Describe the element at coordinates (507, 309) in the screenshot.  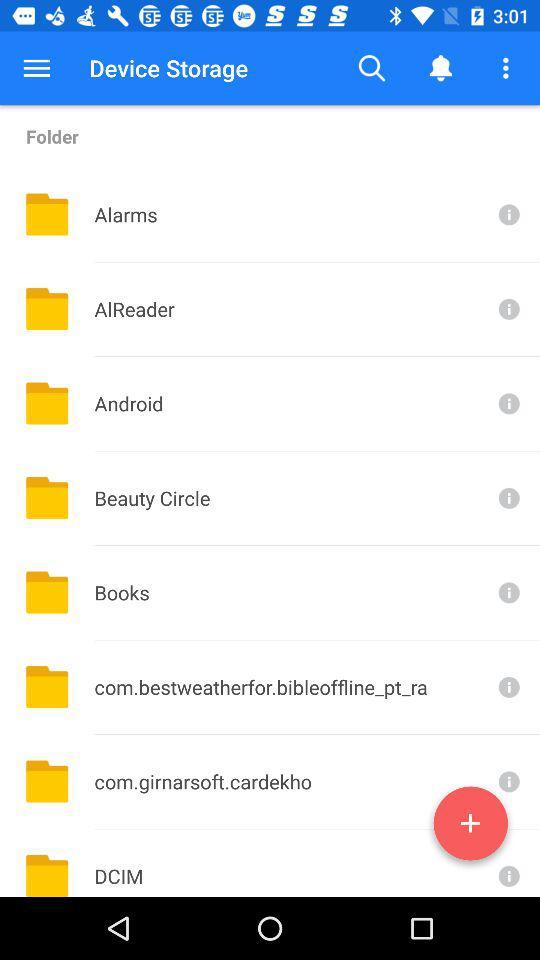
I see `more information on alreader folder` at that location.